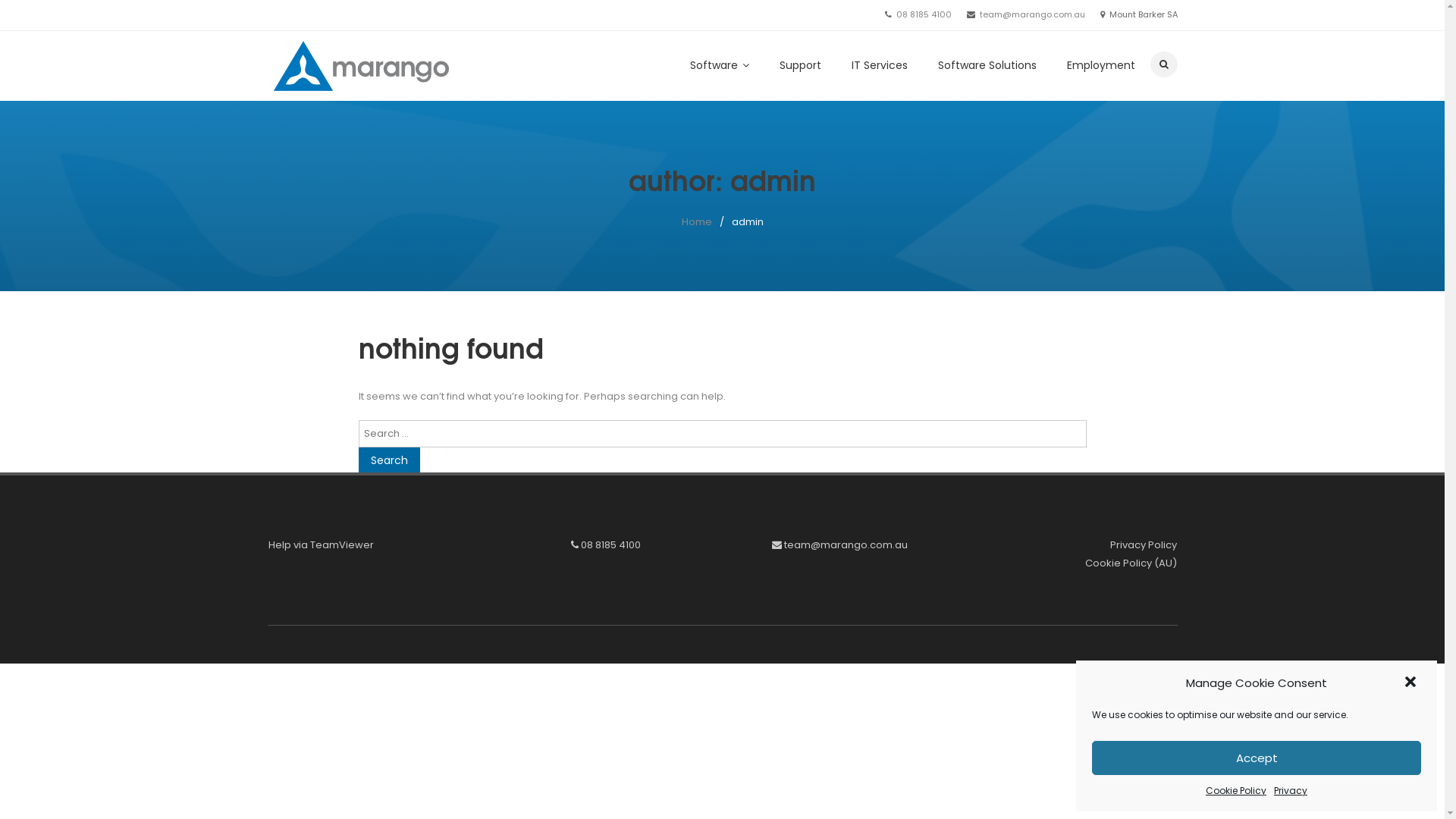 The image size is (1456, 819). What do you see at coordinates (719, 64) in the screenshot?
I see `'Software'` at bounding box center [719, 64].